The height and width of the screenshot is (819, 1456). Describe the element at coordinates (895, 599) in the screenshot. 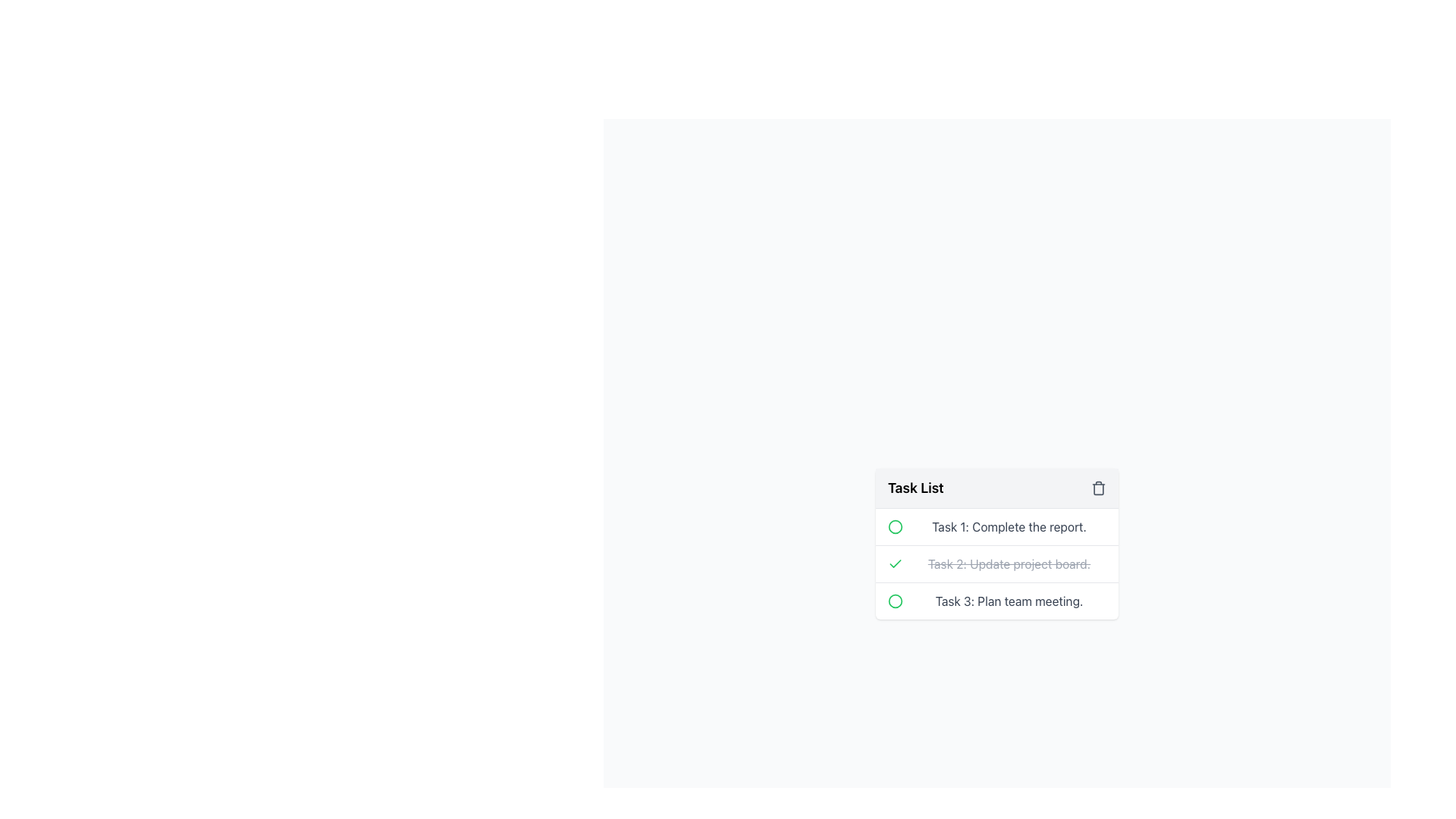

I see `the circle-shaped interactive icon for 'Task 3: Plan team meeting'` at that location.